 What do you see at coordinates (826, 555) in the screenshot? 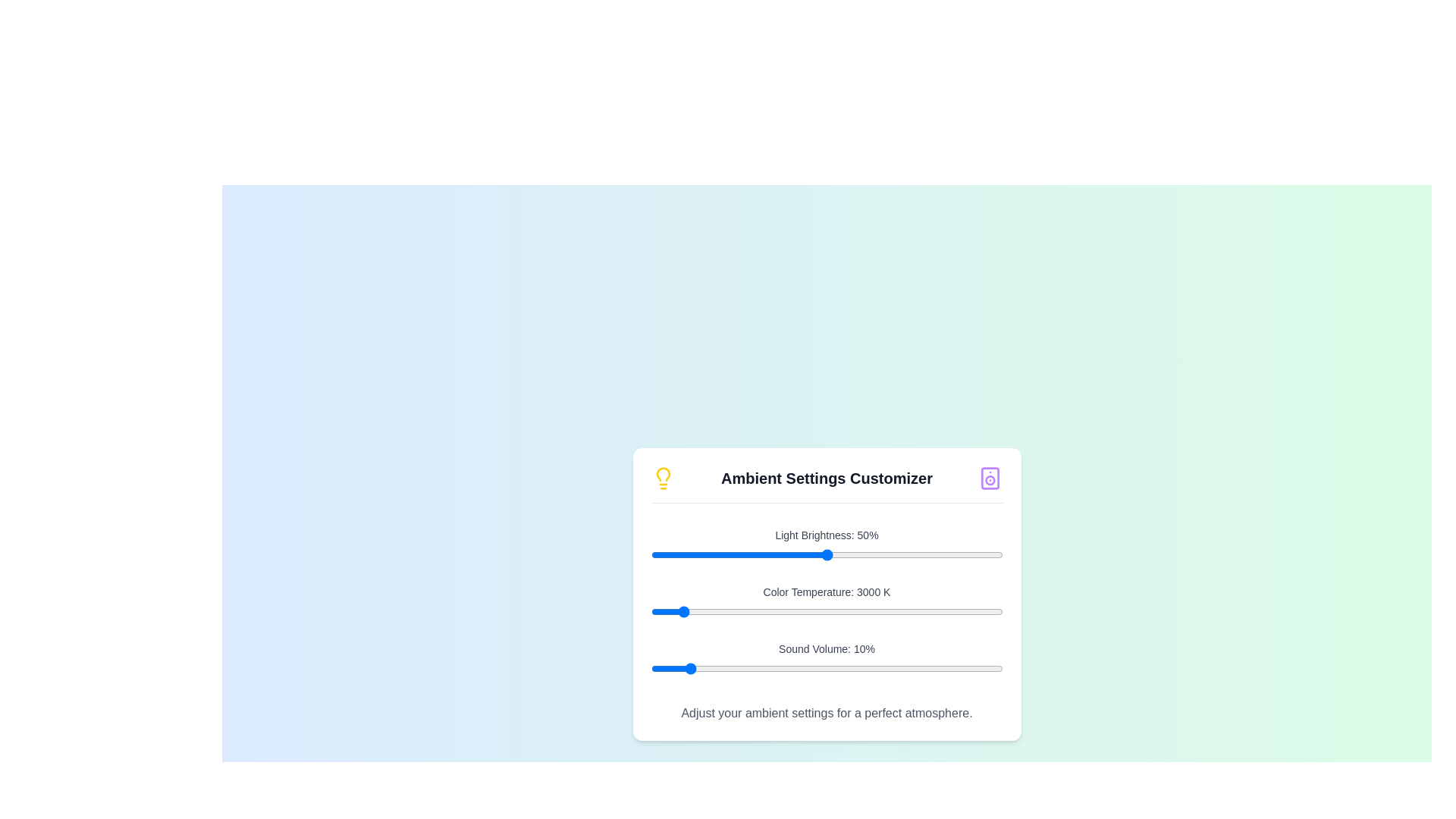
I see `the light brightness range slider` at bounding box center [826, 555].